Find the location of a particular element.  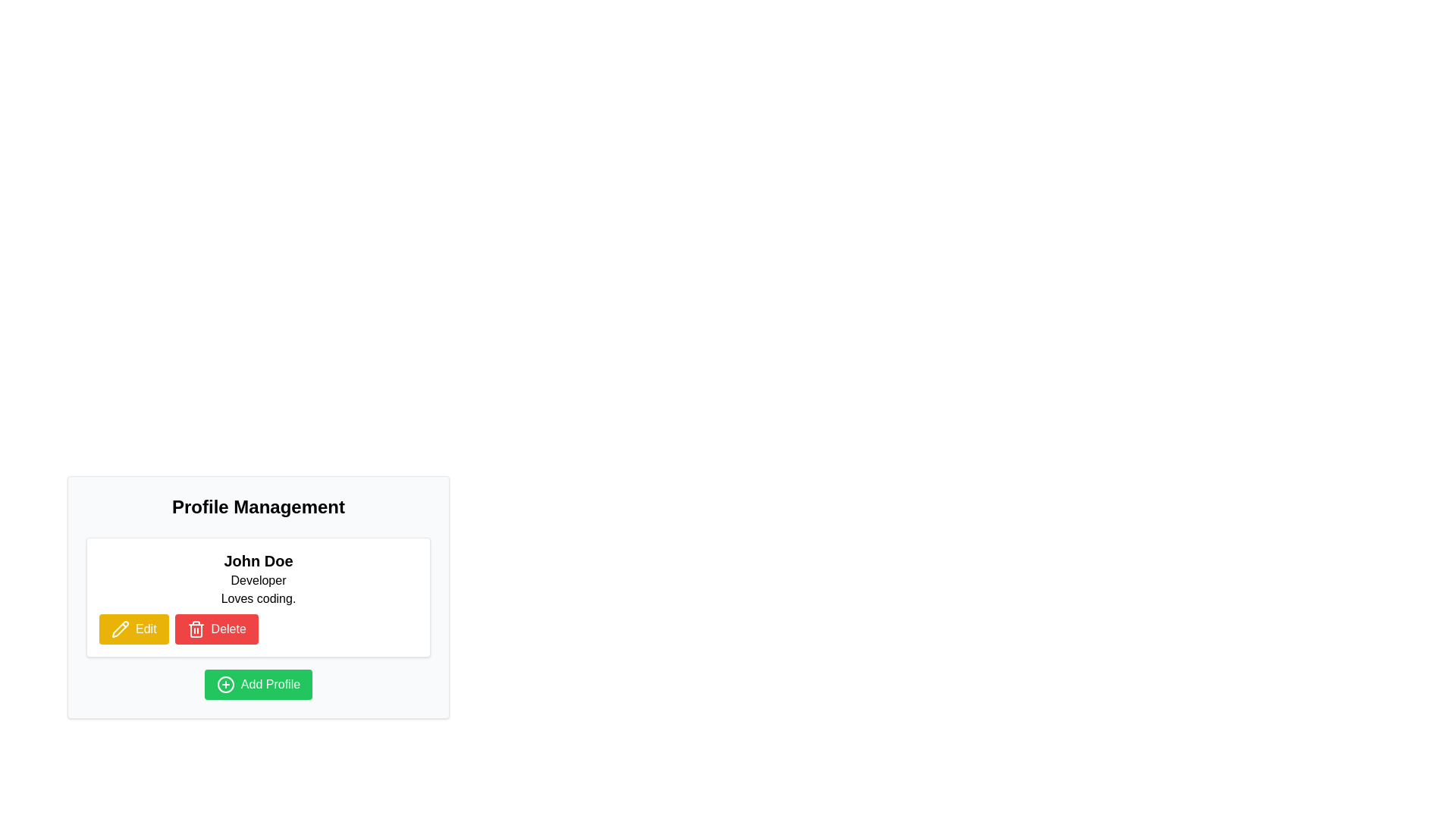

the static text 'Loves coding.' located below the name 'John Doe' and the role 'Developer' in the user profile card is located at coordinates (258, 598).